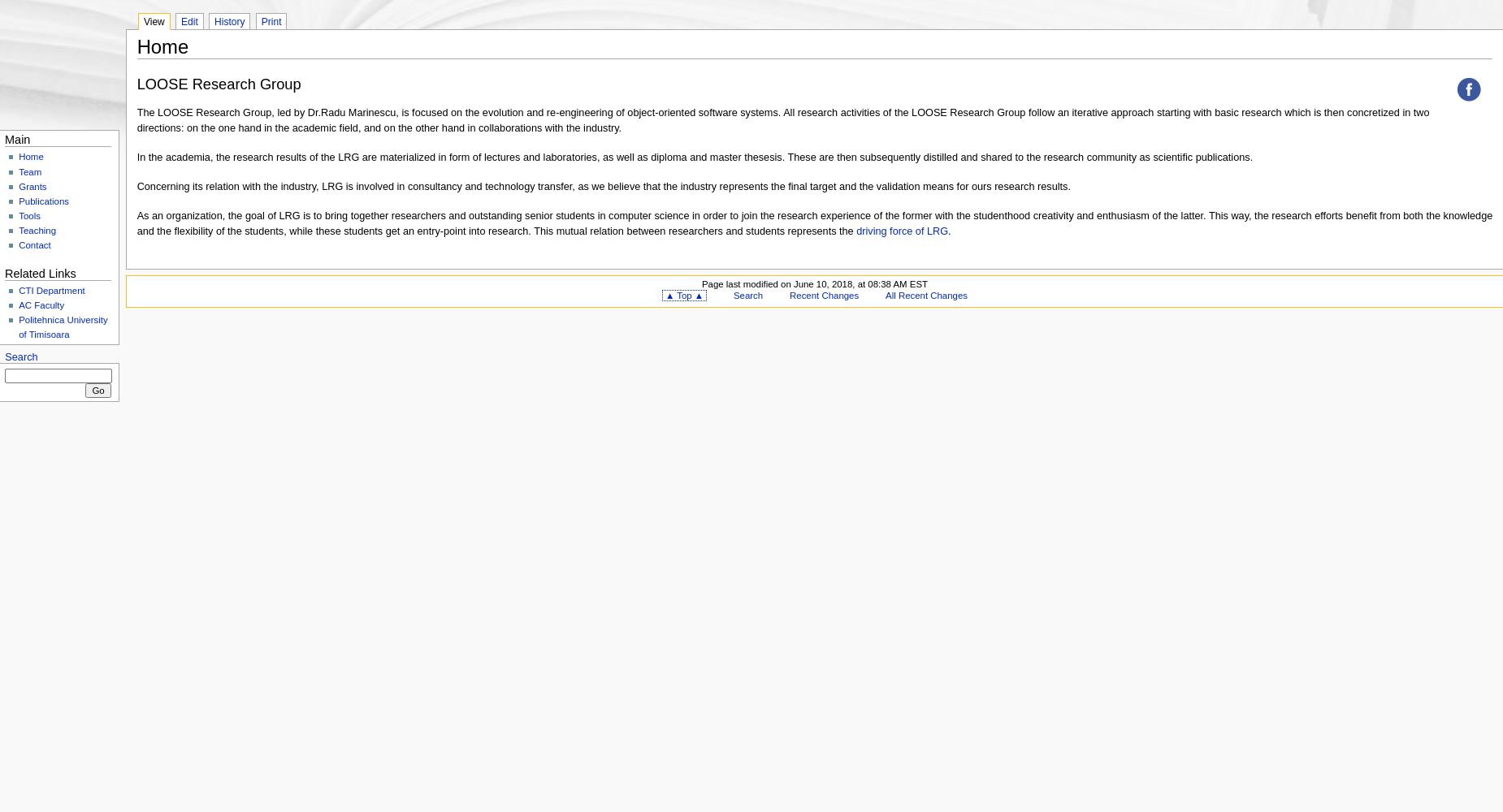  Describe the element at coordinates (925, 295) in the screenshot. I see `'All Recent Changes'` at that location.